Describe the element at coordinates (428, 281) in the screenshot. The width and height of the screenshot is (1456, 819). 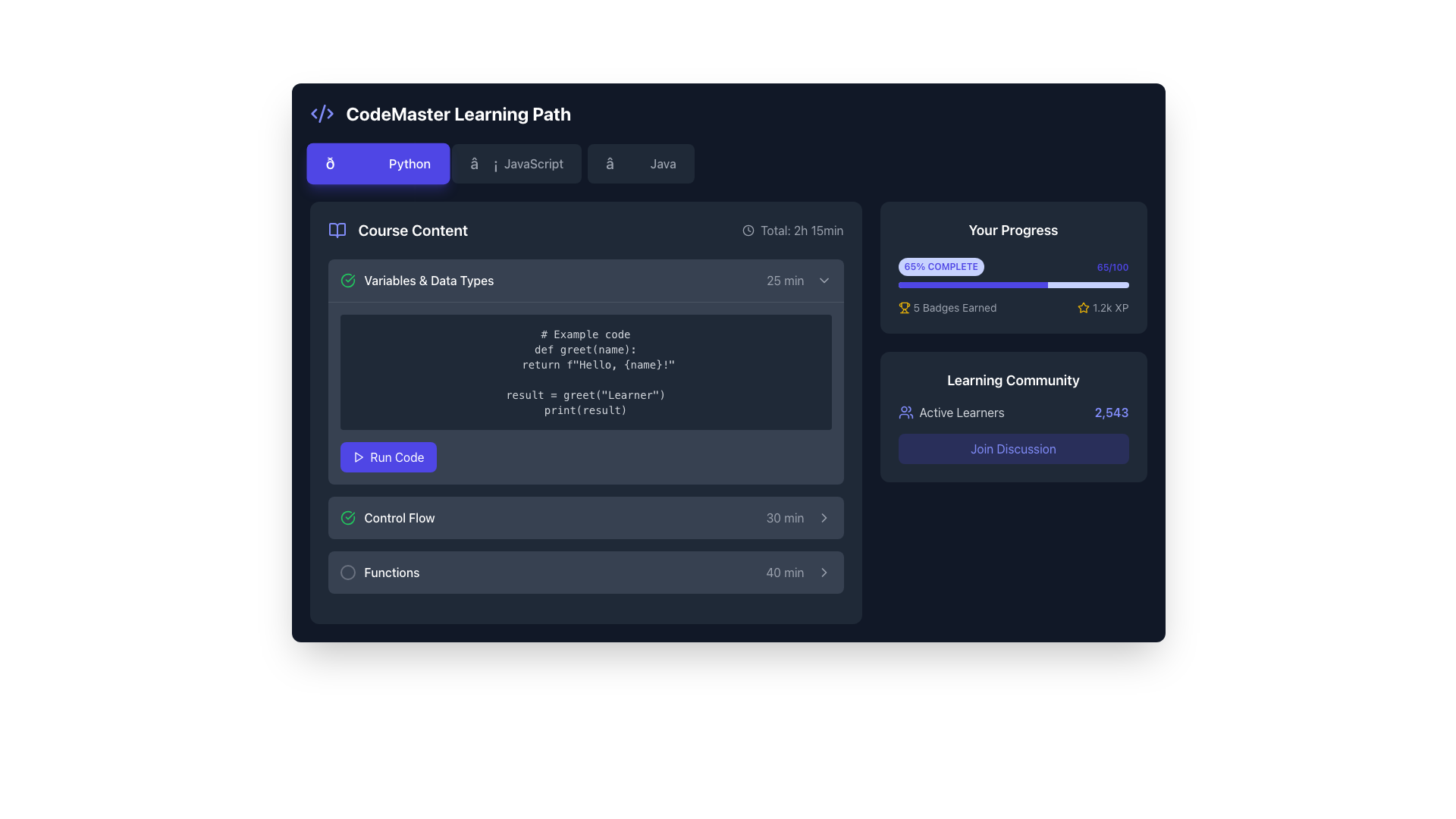
I see `the Text label located in the 'Course Content' section, positioned to the left of a code example and above the 'Run Code' button, which is accompanied by a green checkmark icon` at that location.